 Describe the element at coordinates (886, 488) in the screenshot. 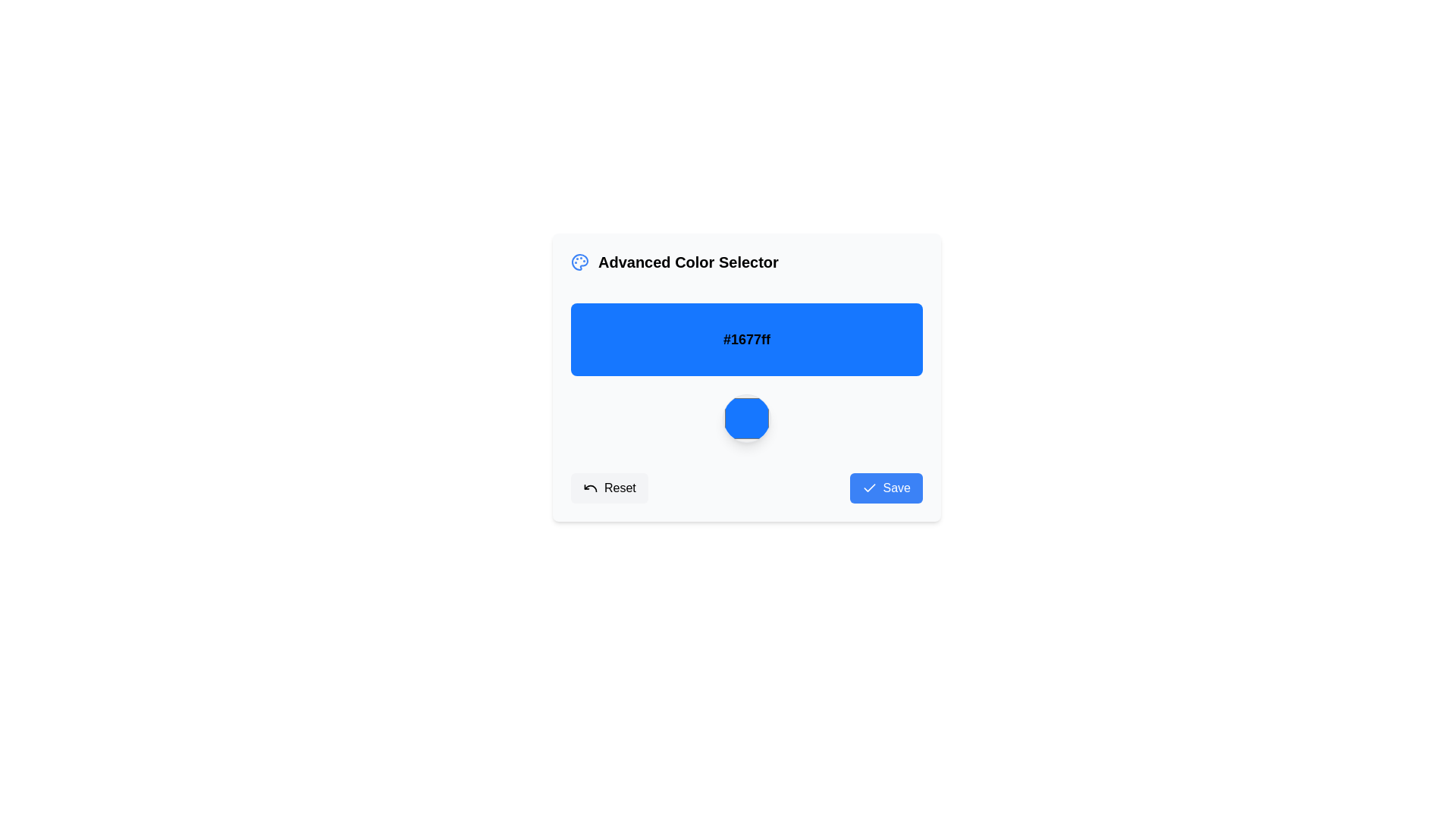

I see `the 'Save' button with a blue background and white text to change its color` at that location.